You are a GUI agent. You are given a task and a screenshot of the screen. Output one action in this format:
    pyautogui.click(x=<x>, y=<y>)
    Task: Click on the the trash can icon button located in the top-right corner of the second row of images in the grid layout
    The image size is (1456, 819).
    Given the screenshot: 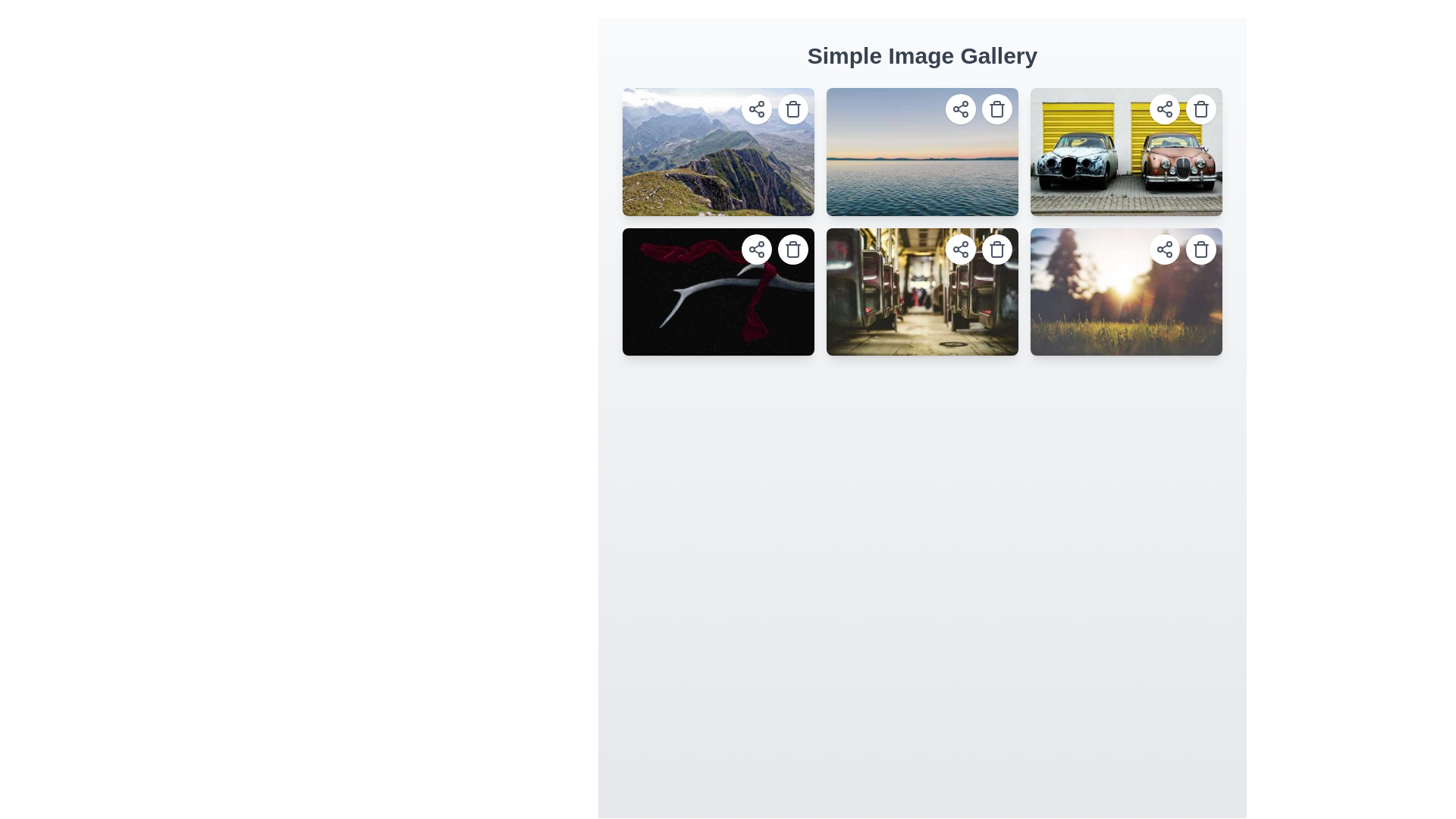 What is the action you would take?
    pyautogui.click(x=997, y=247)
    